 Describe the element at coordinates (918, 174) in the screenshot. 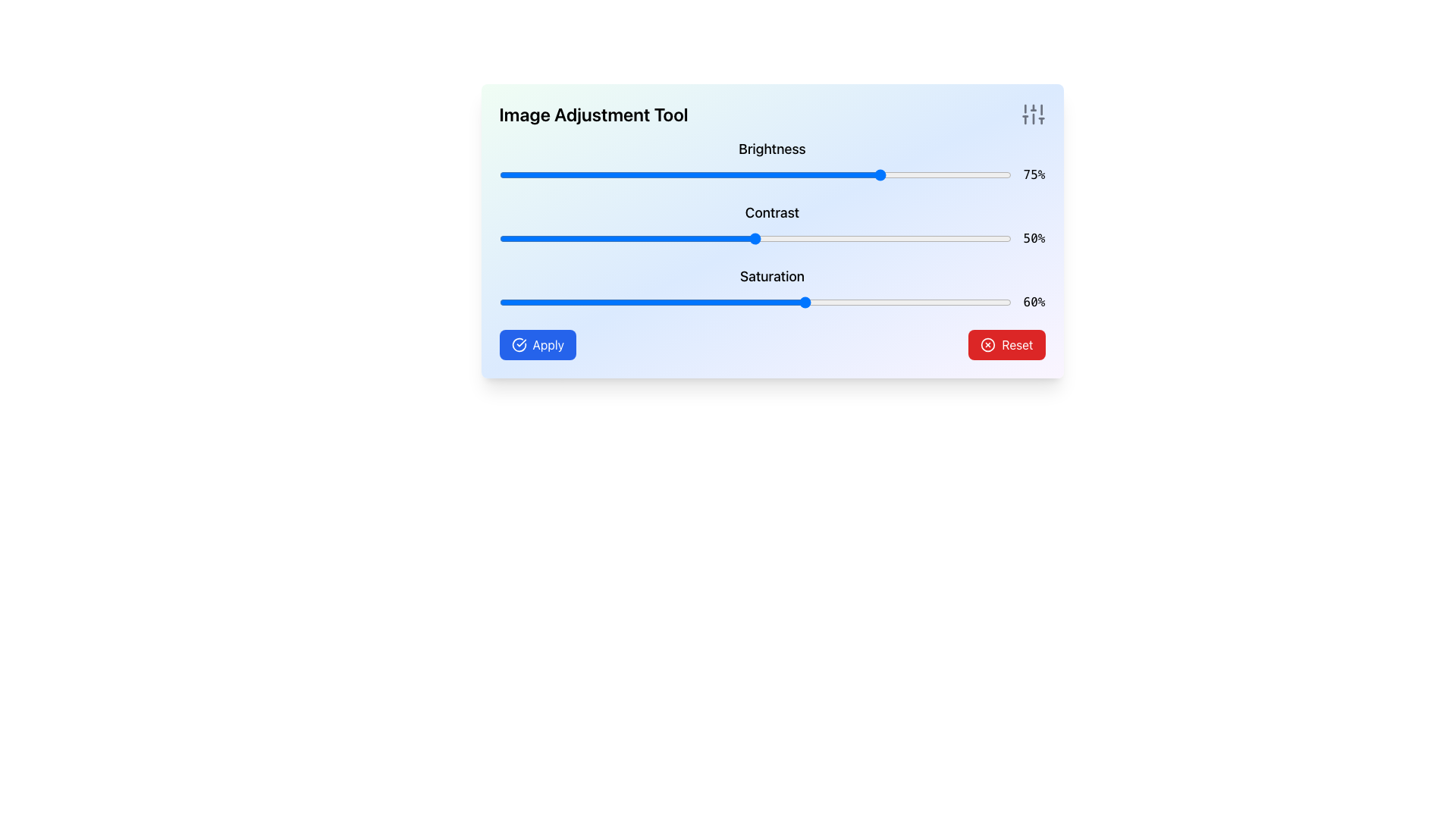

I see `brightness` at that location.